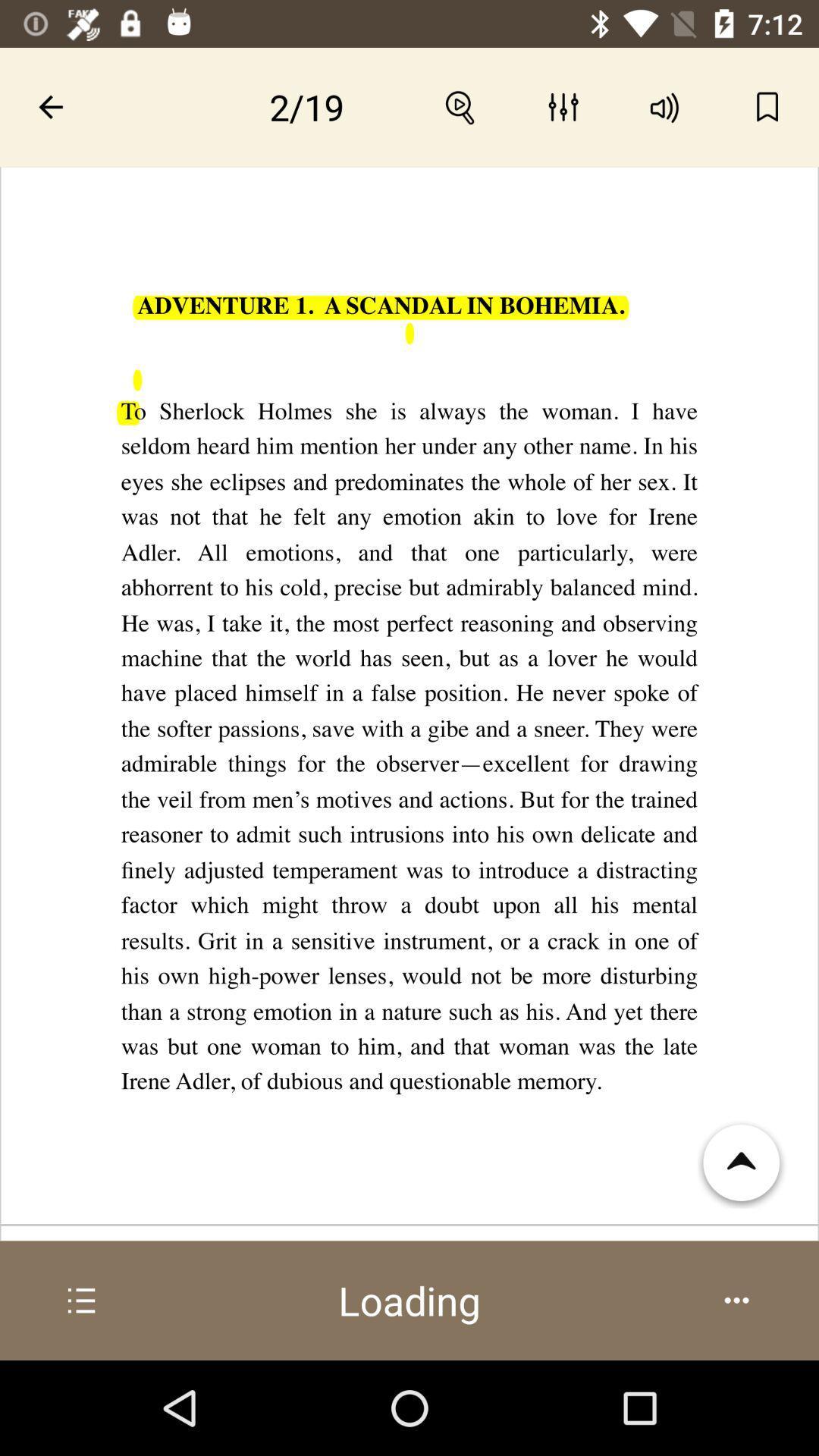 The image size is (819, 1456). What do you see at coordinates (307, 106) in the screenshot?
I see `page 2 out of 19` at bounding box center [307, 106].